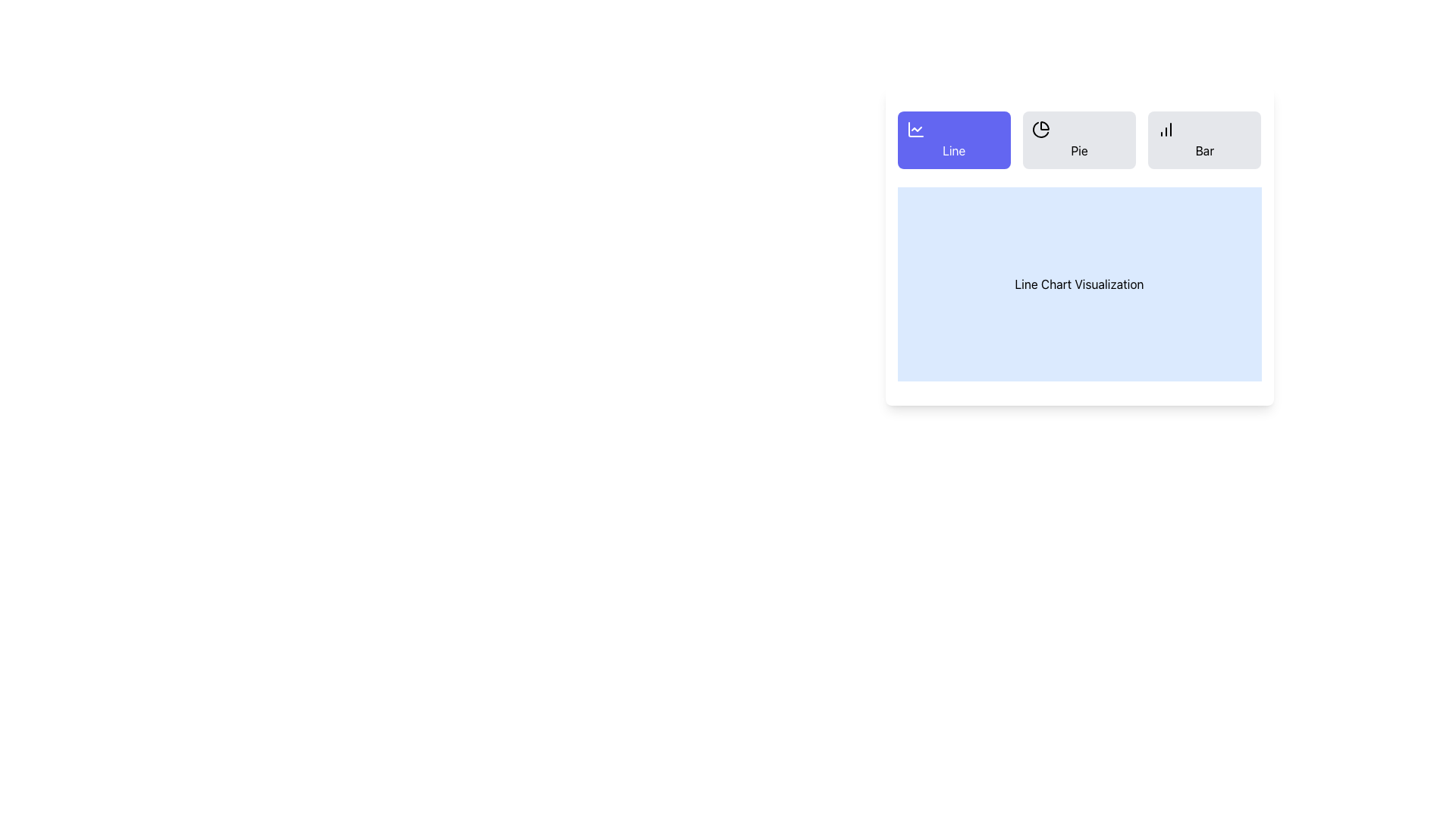  Describe the element at coordinates (952, 151) in the screenshot. I see `the text label that indicates the 'Line' chart option in the set of chart selection tabs` at that location.